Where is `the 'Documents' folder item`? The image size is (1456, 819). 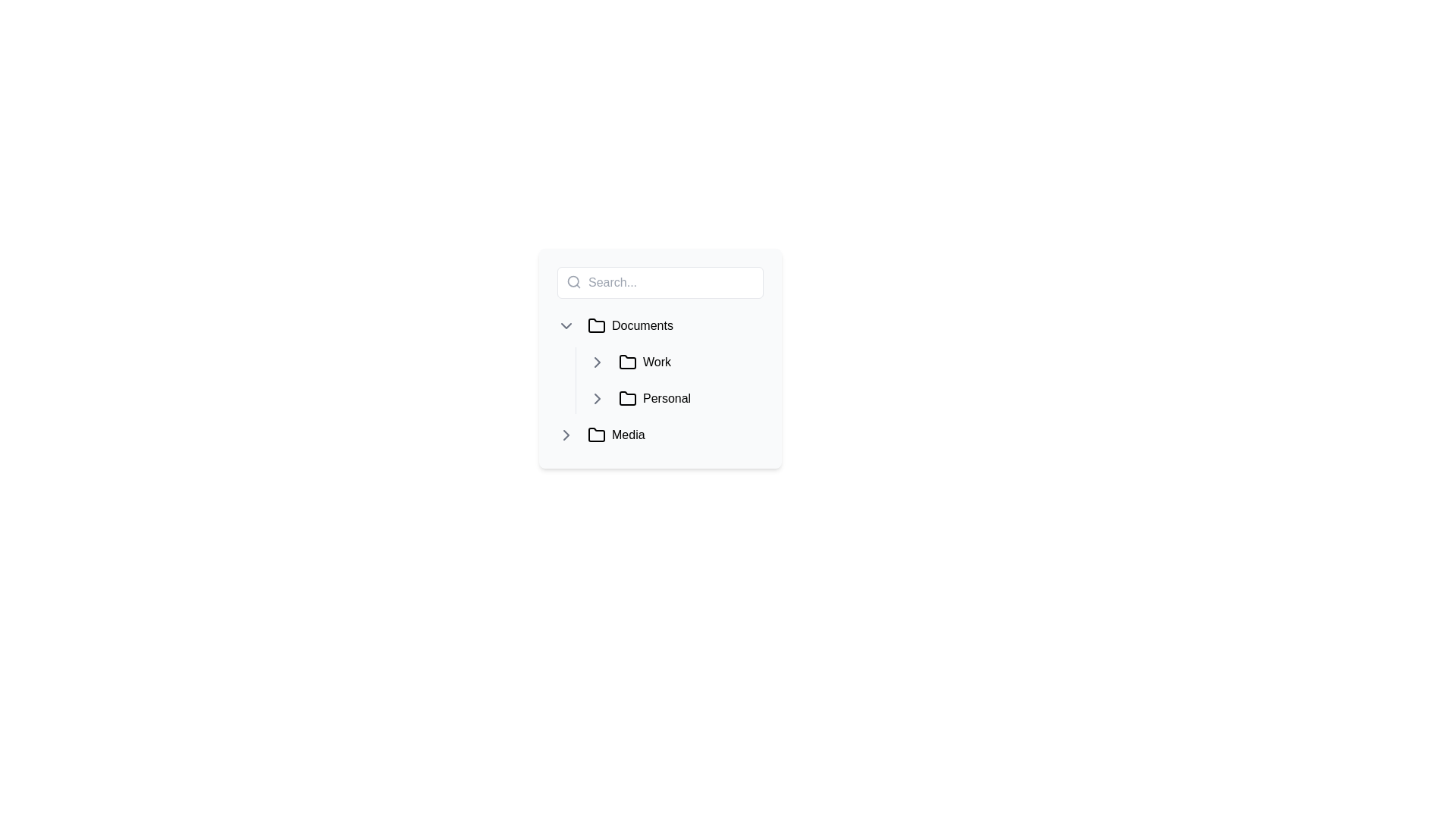
the 'Documents' folder item is located at coordinates (660, 325).